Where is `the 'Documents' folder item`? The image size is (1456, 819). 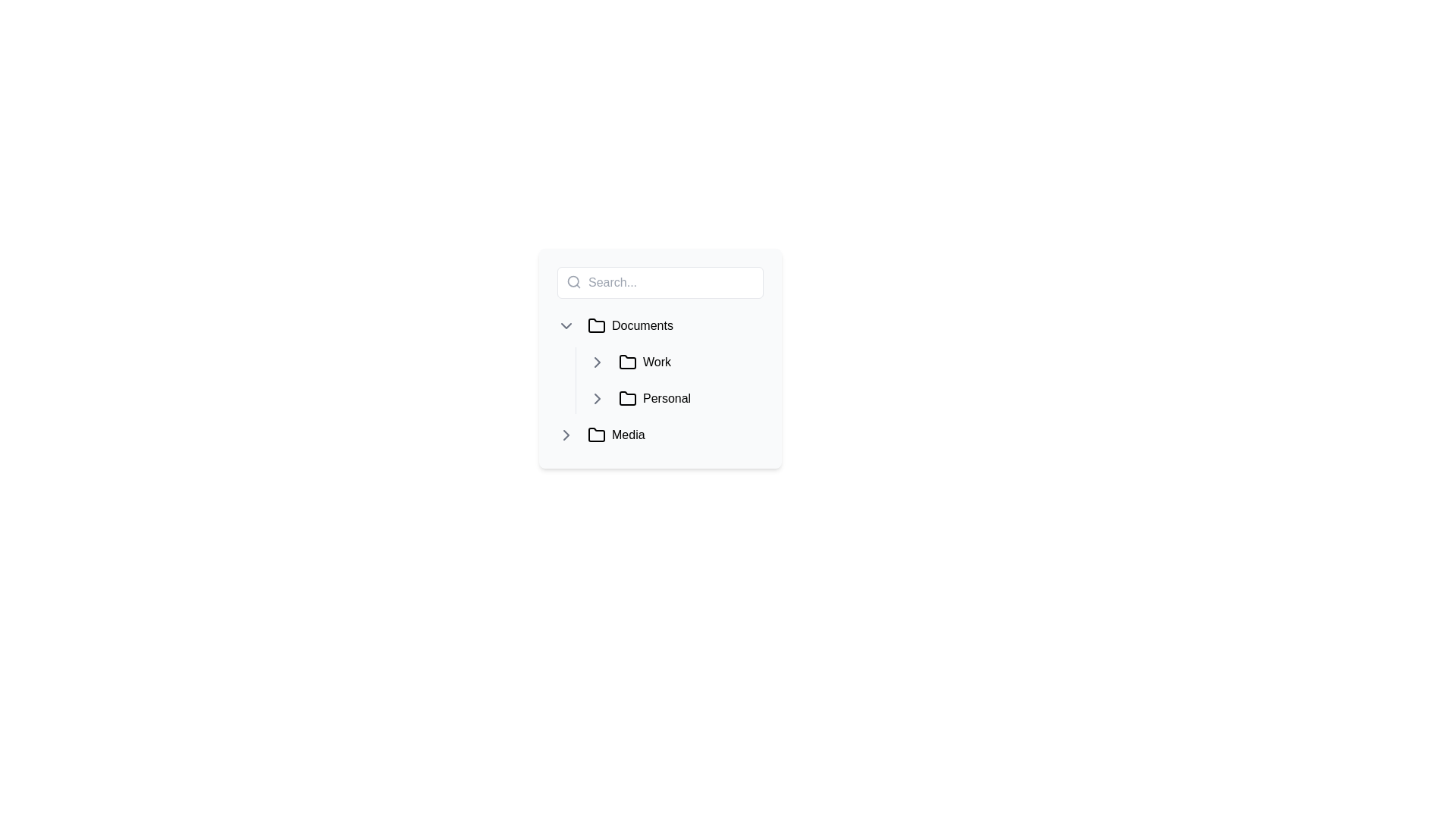
the 'Documents' folder item is located at coordinates (660, 325).